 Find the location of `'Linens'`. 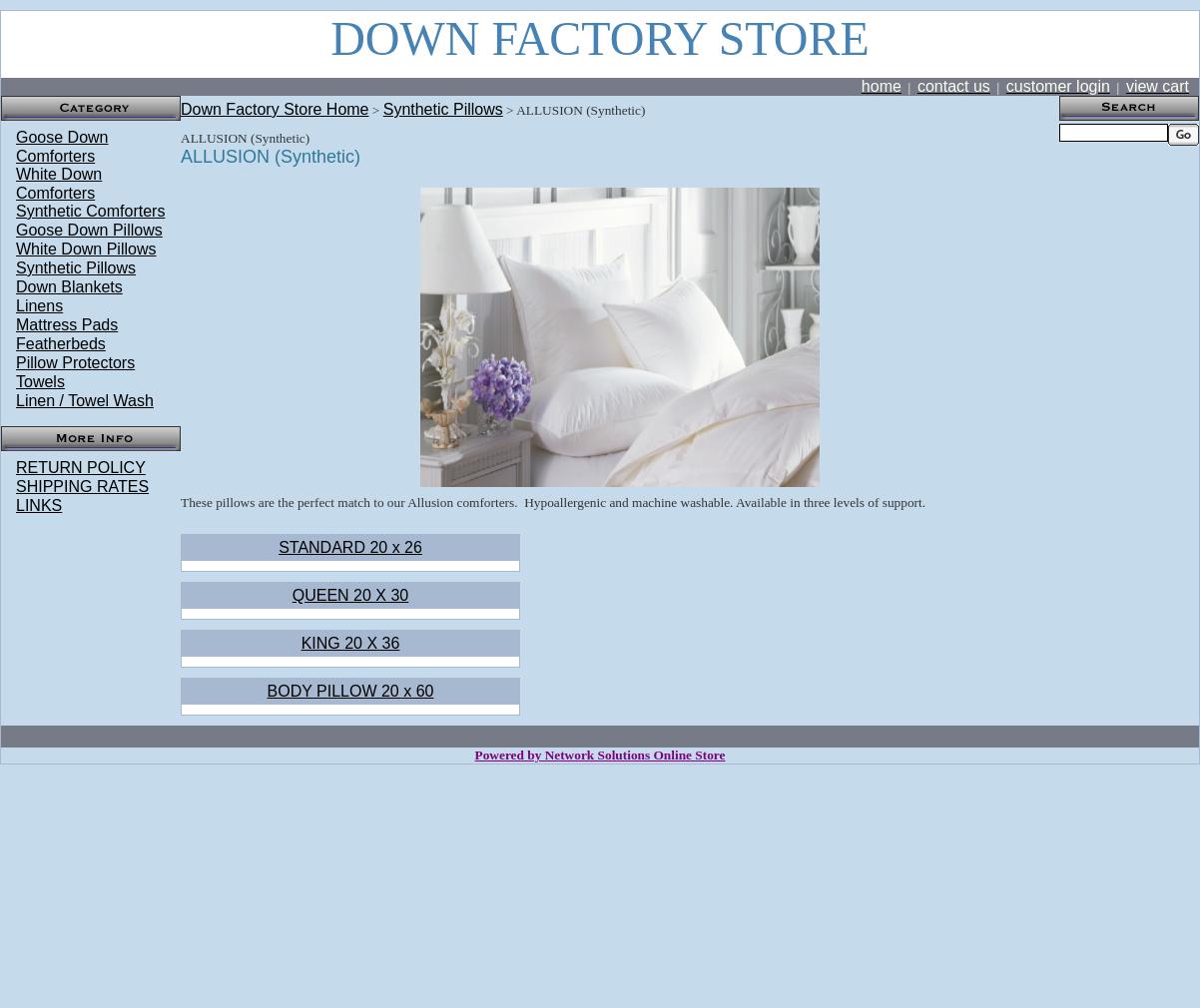

'Linens' is located at coordinates (39, 305).